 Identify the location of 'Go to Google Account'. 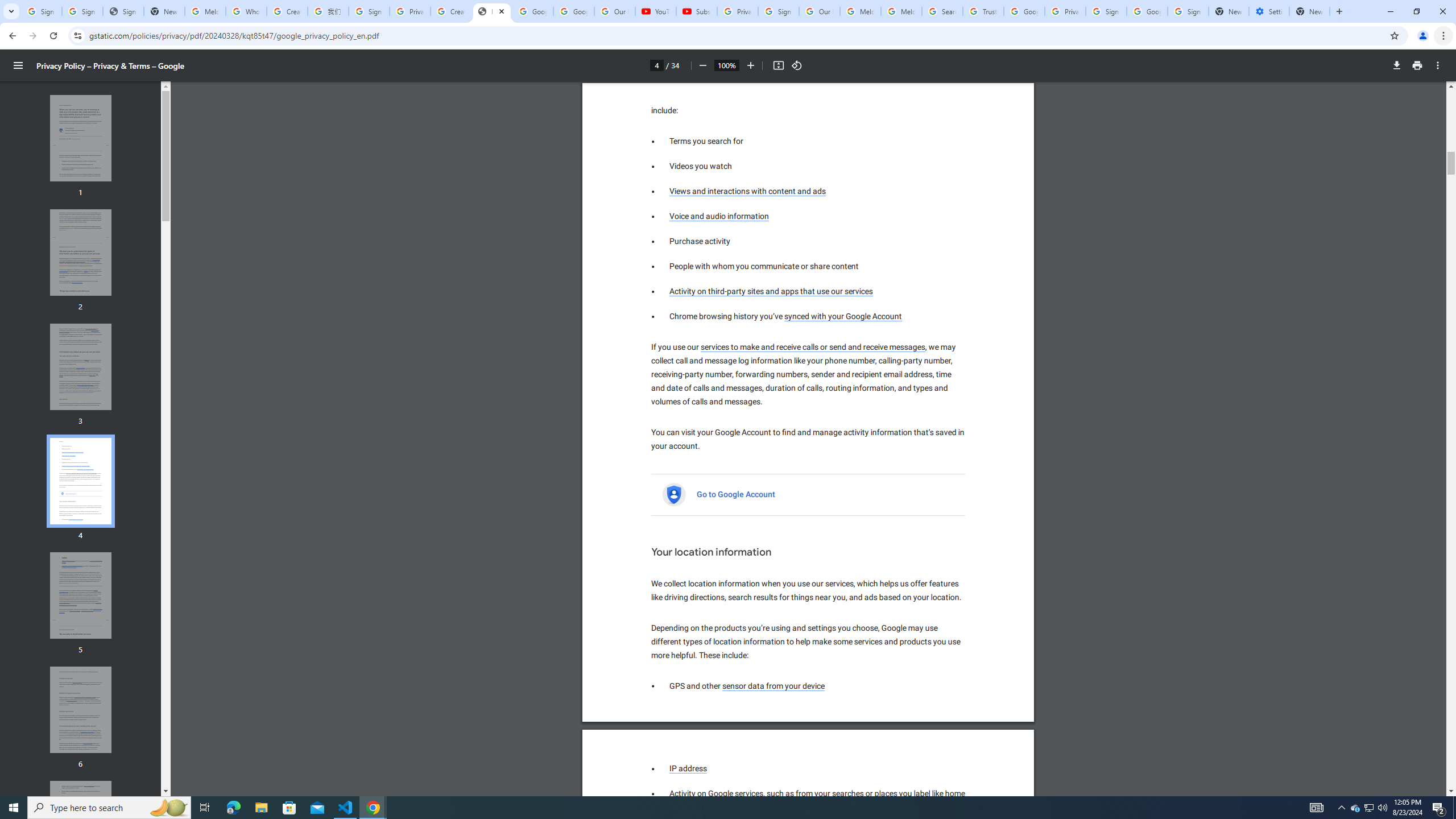
(737, 494).